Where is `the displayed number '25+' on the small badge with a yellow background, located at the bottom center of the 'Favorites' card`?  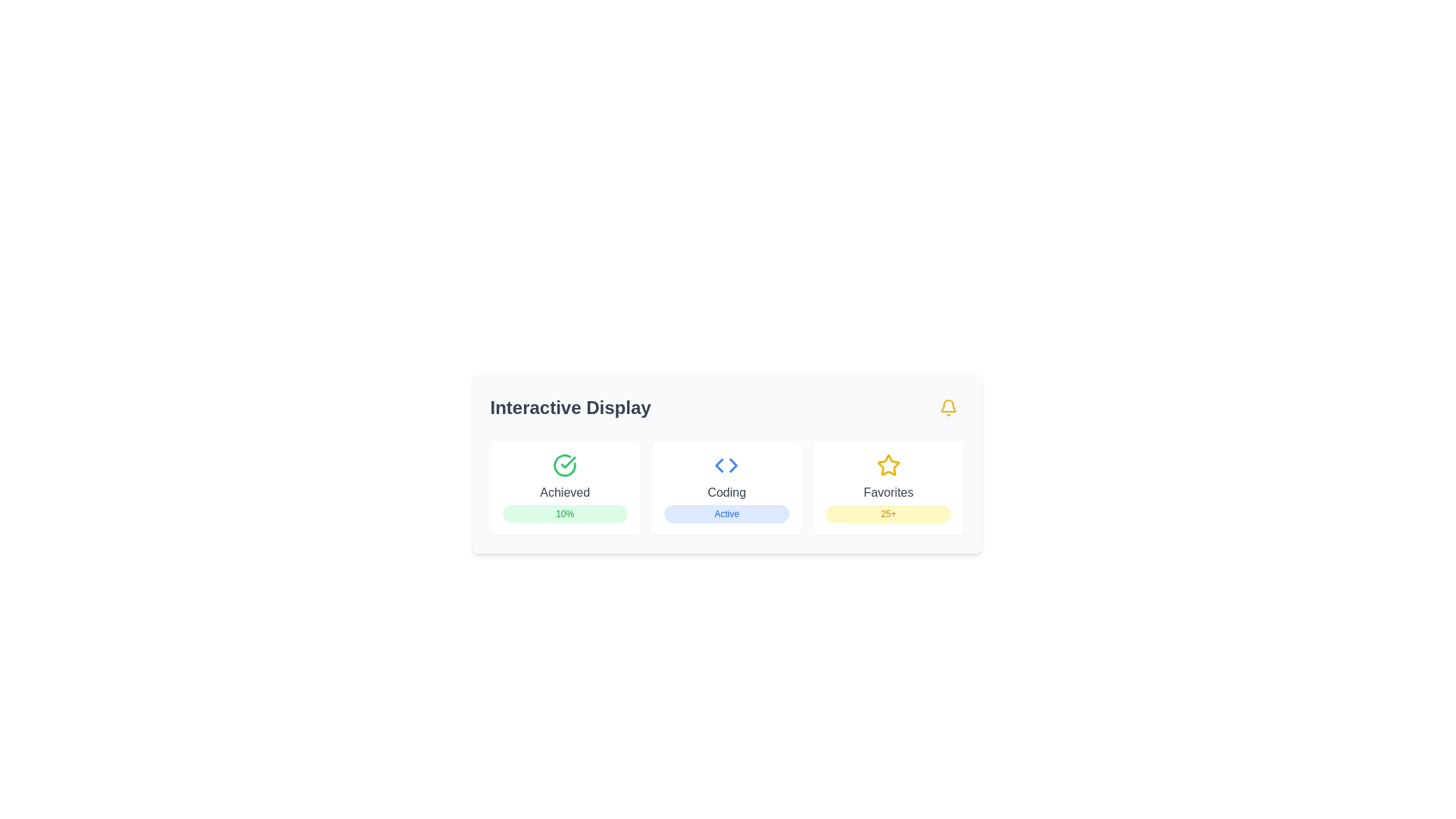 the displayed number '25+' on the small badge with a yellow background, located at the bottom center of the 'Favorites' card is located at coordinates (888, 513).